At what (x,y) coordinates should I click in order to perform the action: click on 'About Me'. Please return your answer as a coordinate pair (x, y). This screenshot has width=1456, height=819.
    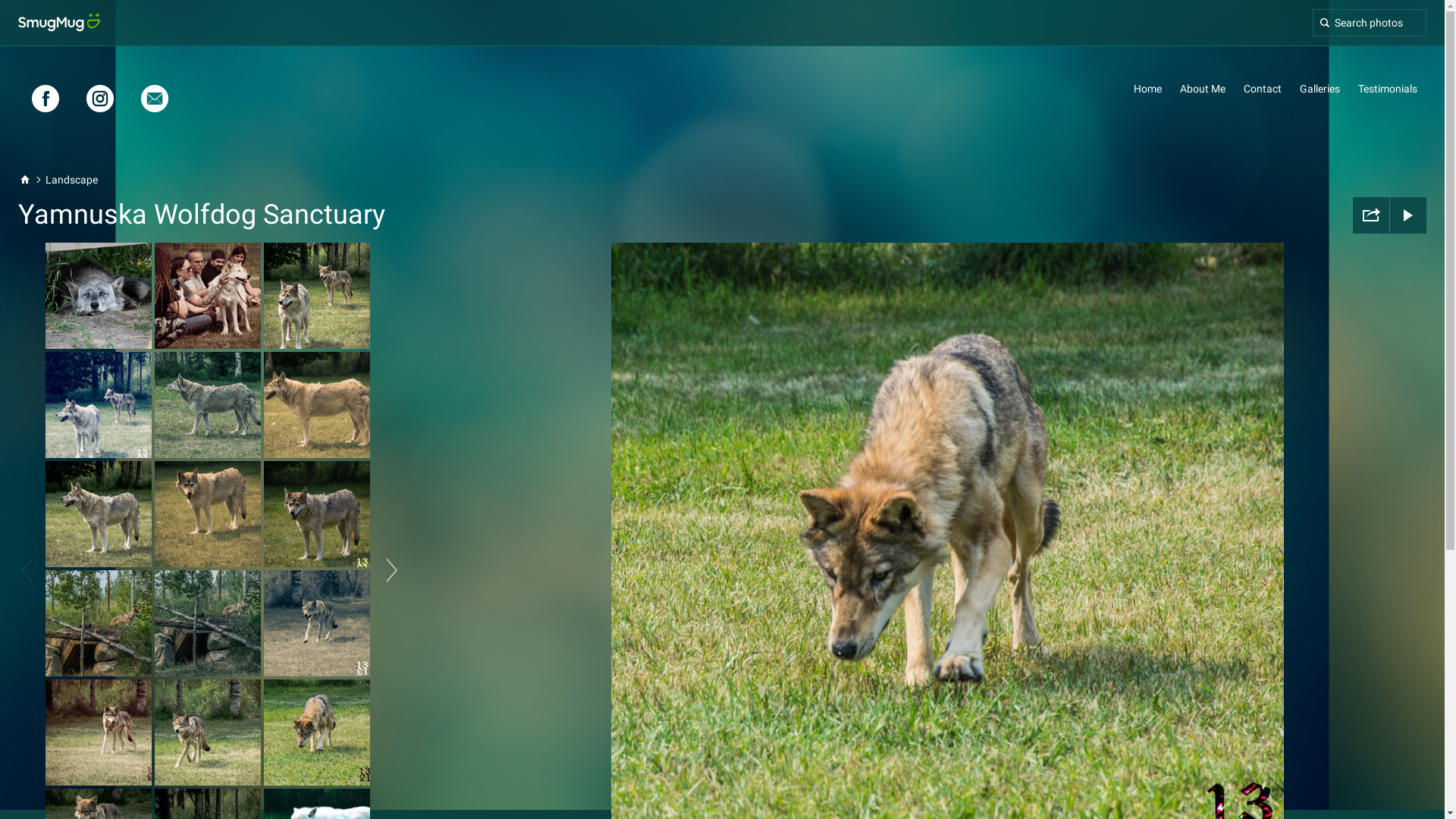
    Looking at the image, I should click on (1201, 88).